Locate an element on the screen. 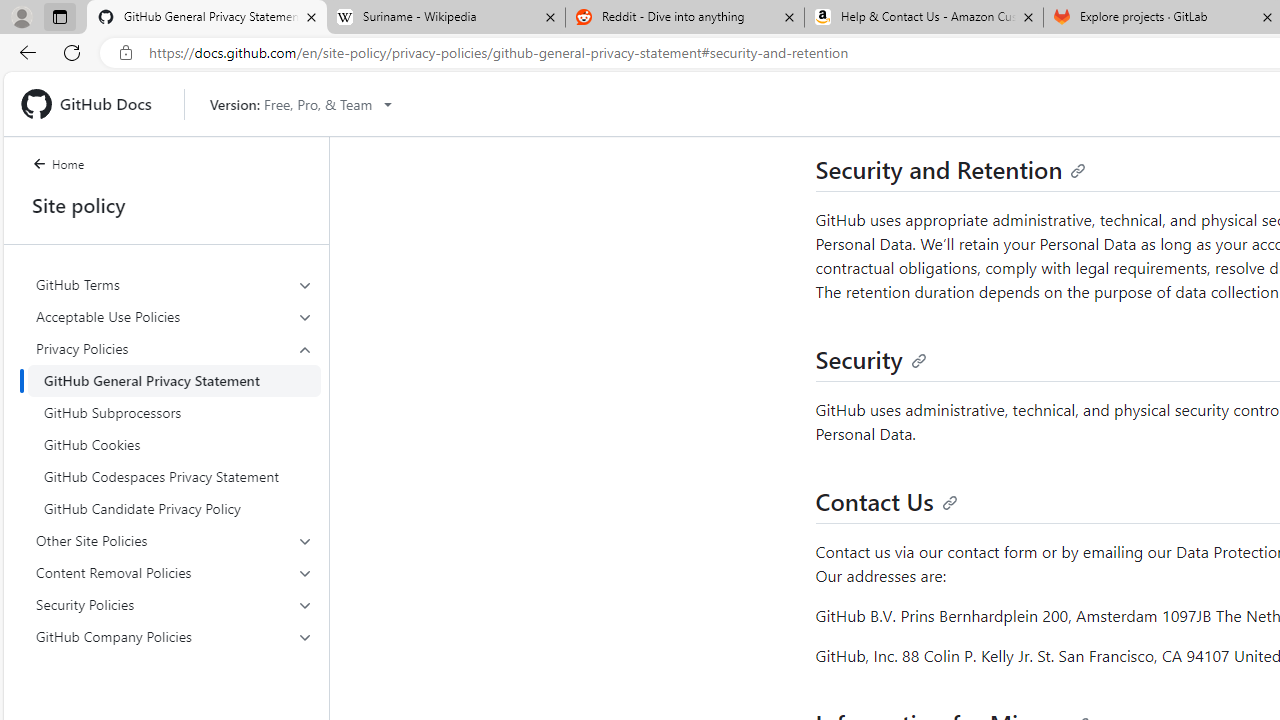 The image size is (1280, 720). 'Other Site Policies' is located at coordinates (174, 541).